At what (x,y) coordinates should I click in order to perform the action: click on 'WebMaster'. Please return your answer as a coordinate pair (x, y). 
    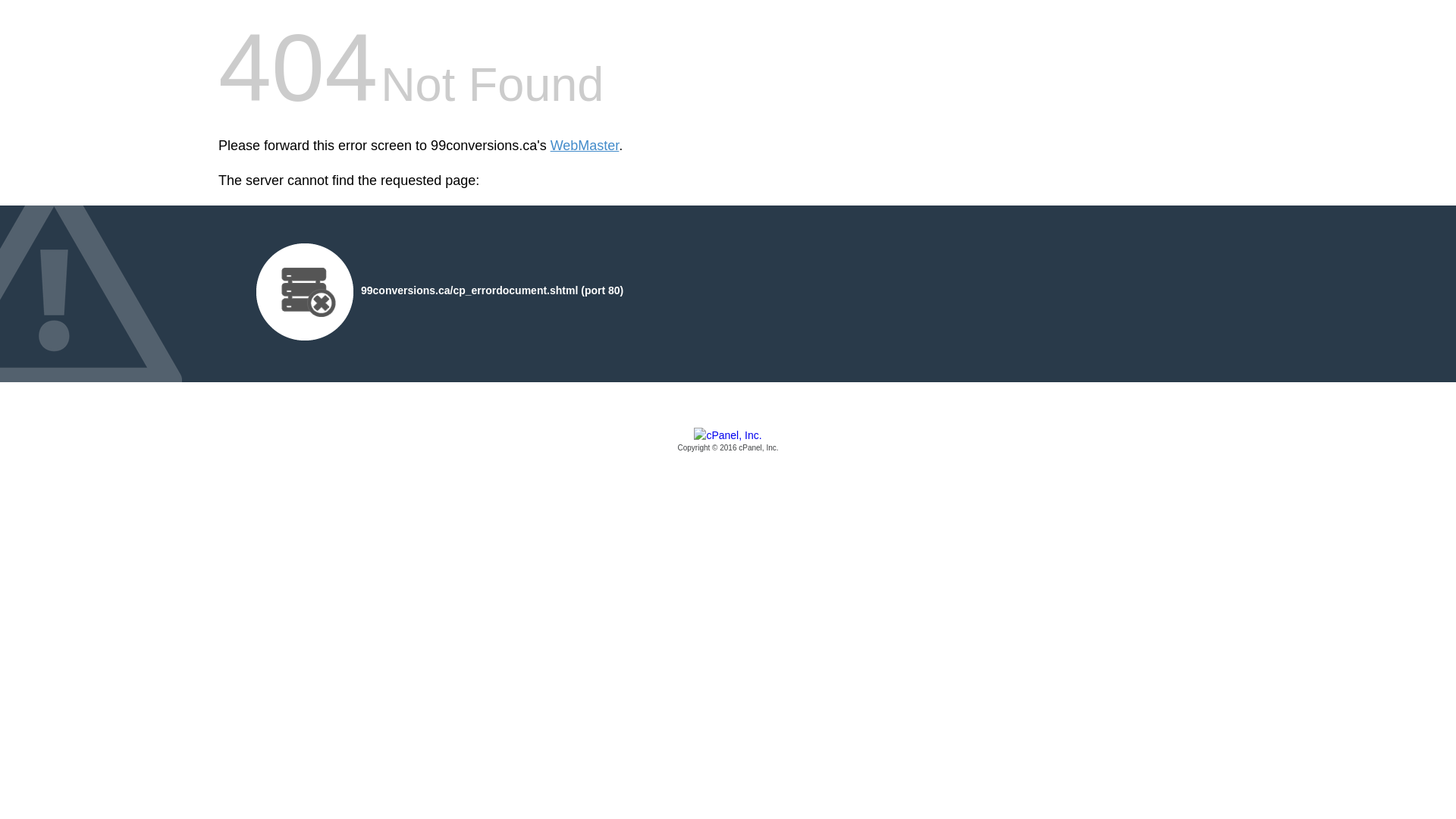
    Looking at the image, I should click on (549, 146).